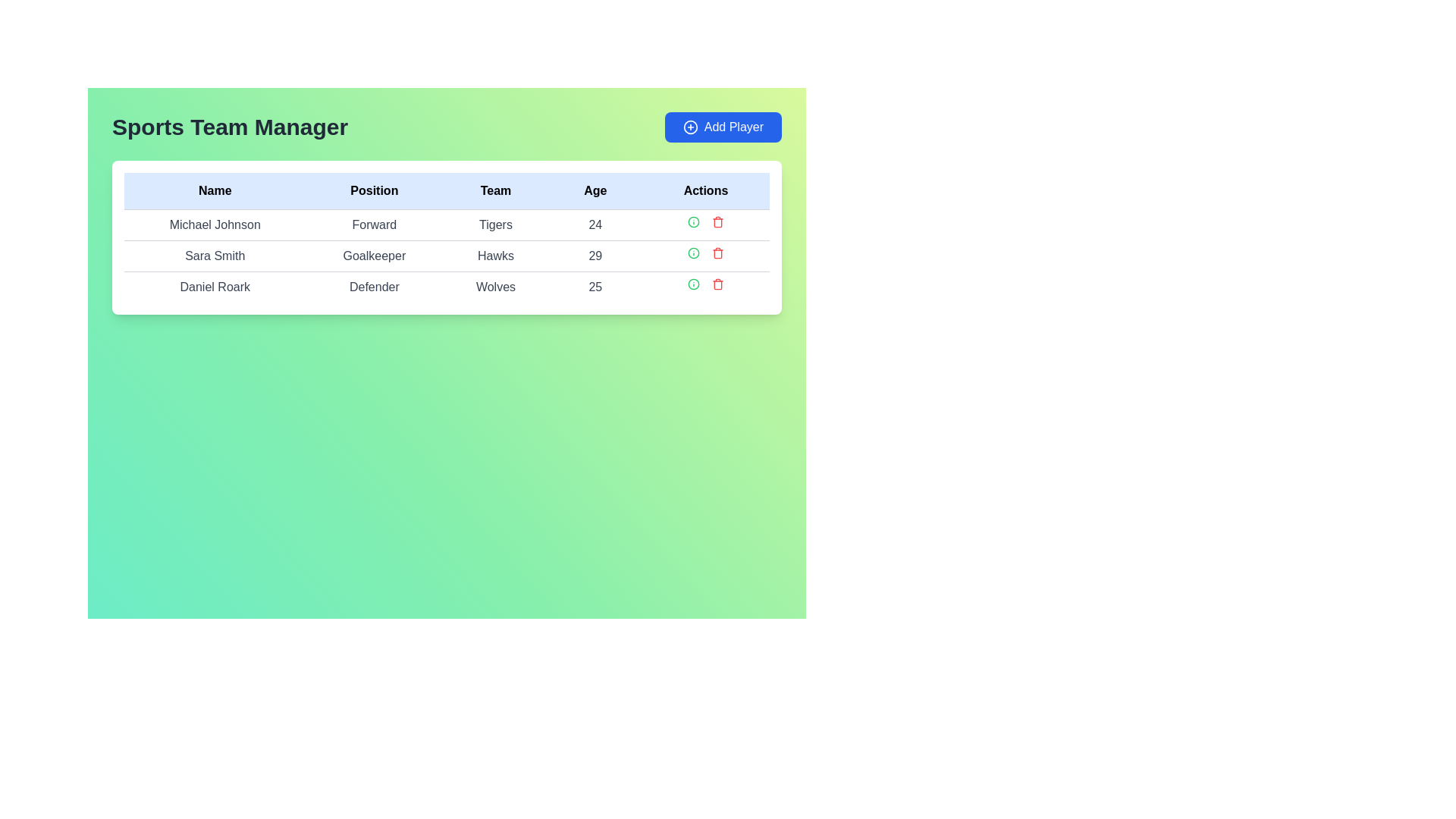 The width and height of the screenshot is (1456, 819). What do you see at coordinates (495, 287) in the screenshot?
I see `the text label displaying 'Wolves' in the 'Team' column of the third row of the table` at bounding box center [495, 287].